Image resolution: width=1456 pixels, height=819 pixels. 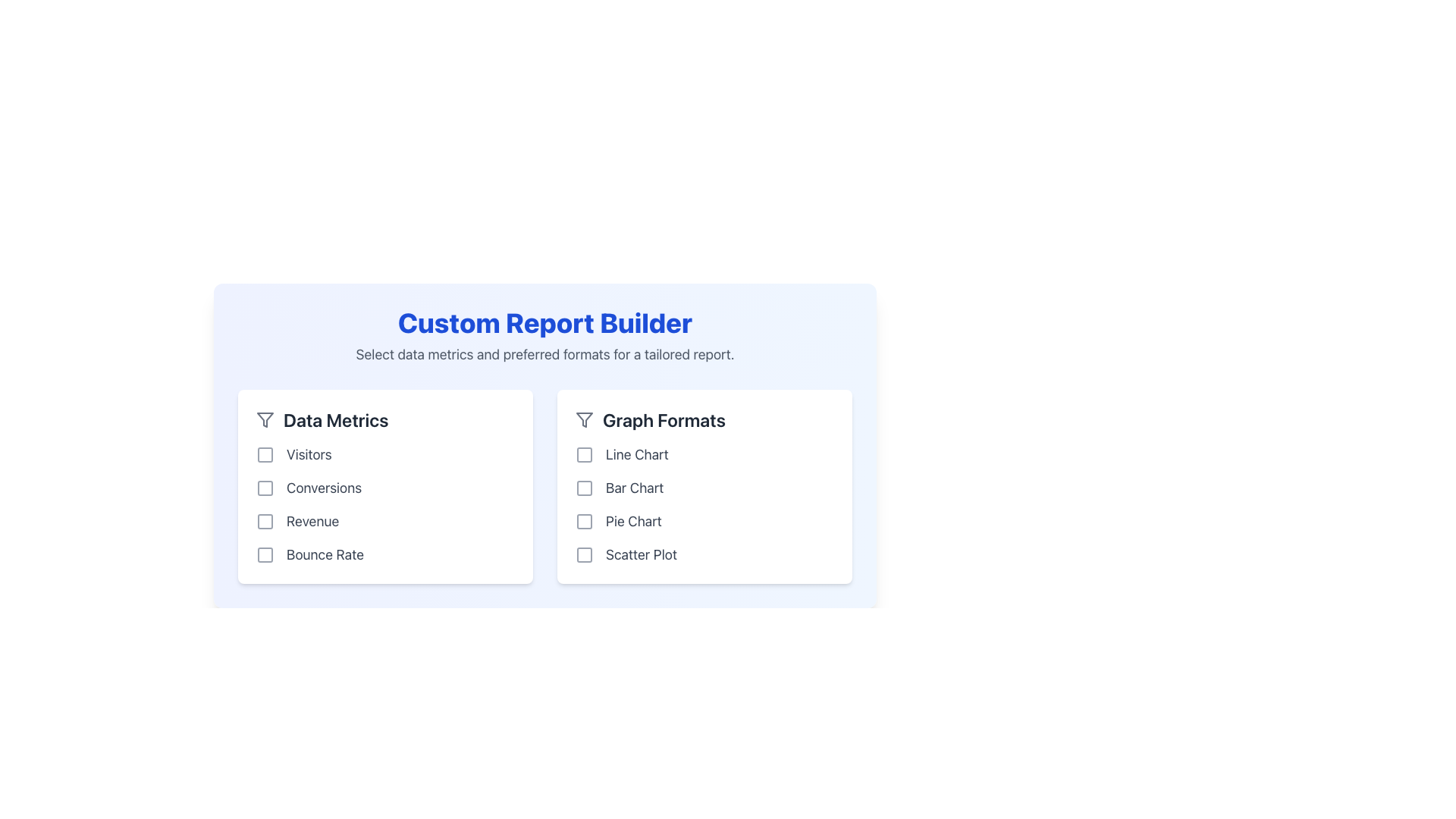 What do you see at coordinates (385, 555) in the screenshot?
I see `the 'Bounce Rate' checkbox to rapidly switch its selection state` at bounding box center [385, 555].